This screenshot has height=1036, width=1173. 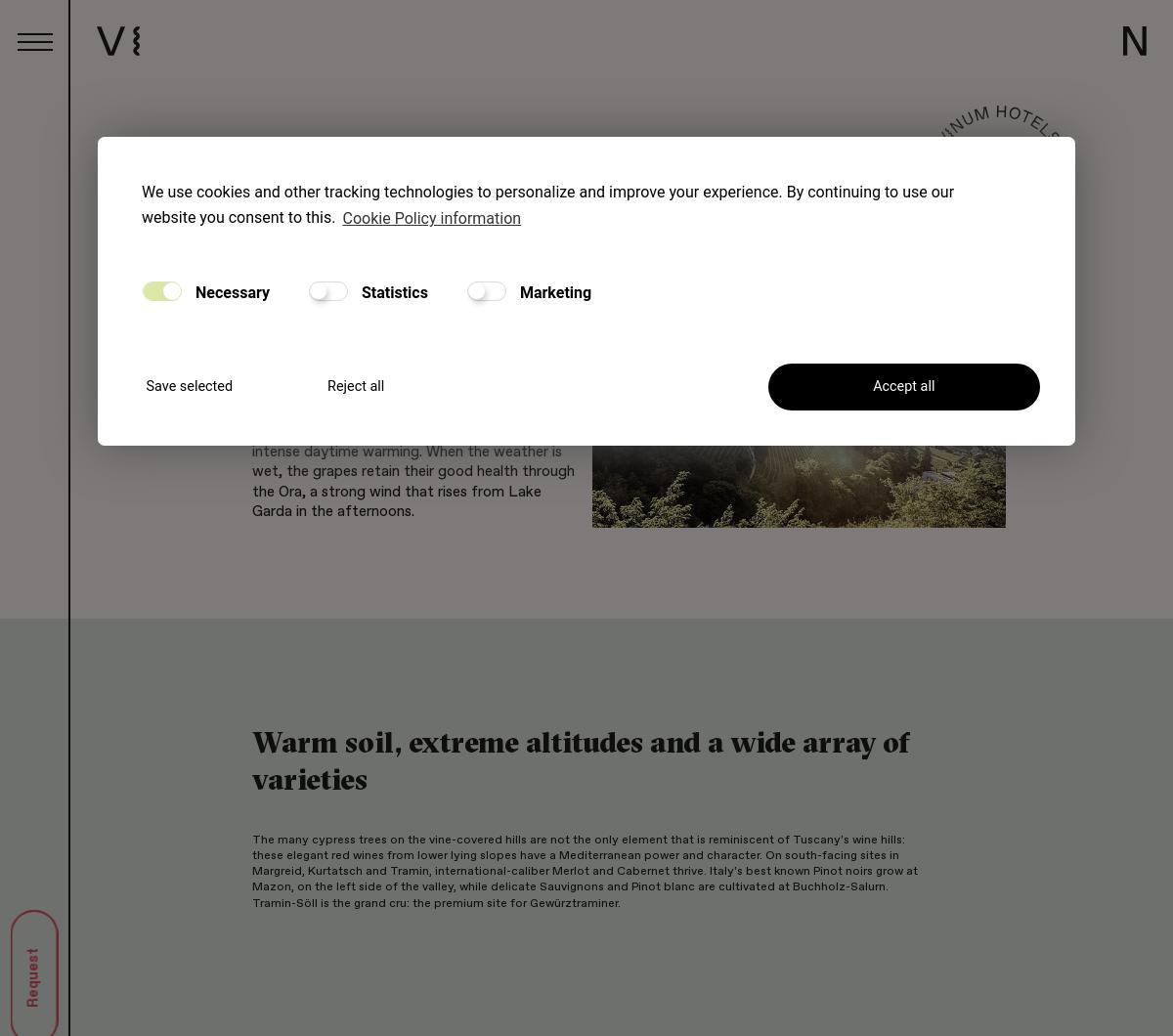 What do you see at coordinates (903, 386) in the screenshot?
I see `'Accept all'` at bounding box center [903, 386].